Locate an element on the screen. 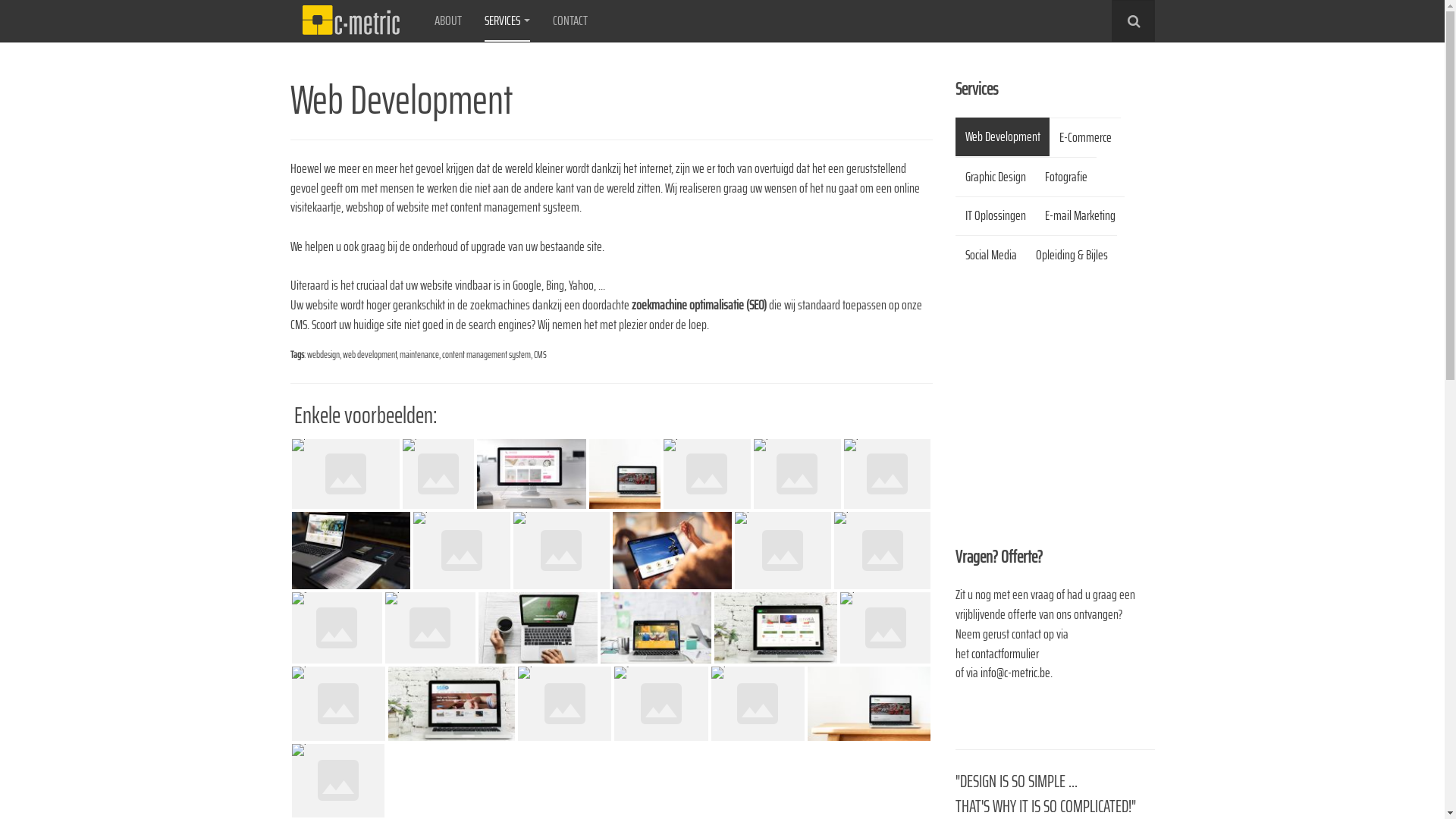  'info@c-metric.be.' is located at coordinates (1016, 672).